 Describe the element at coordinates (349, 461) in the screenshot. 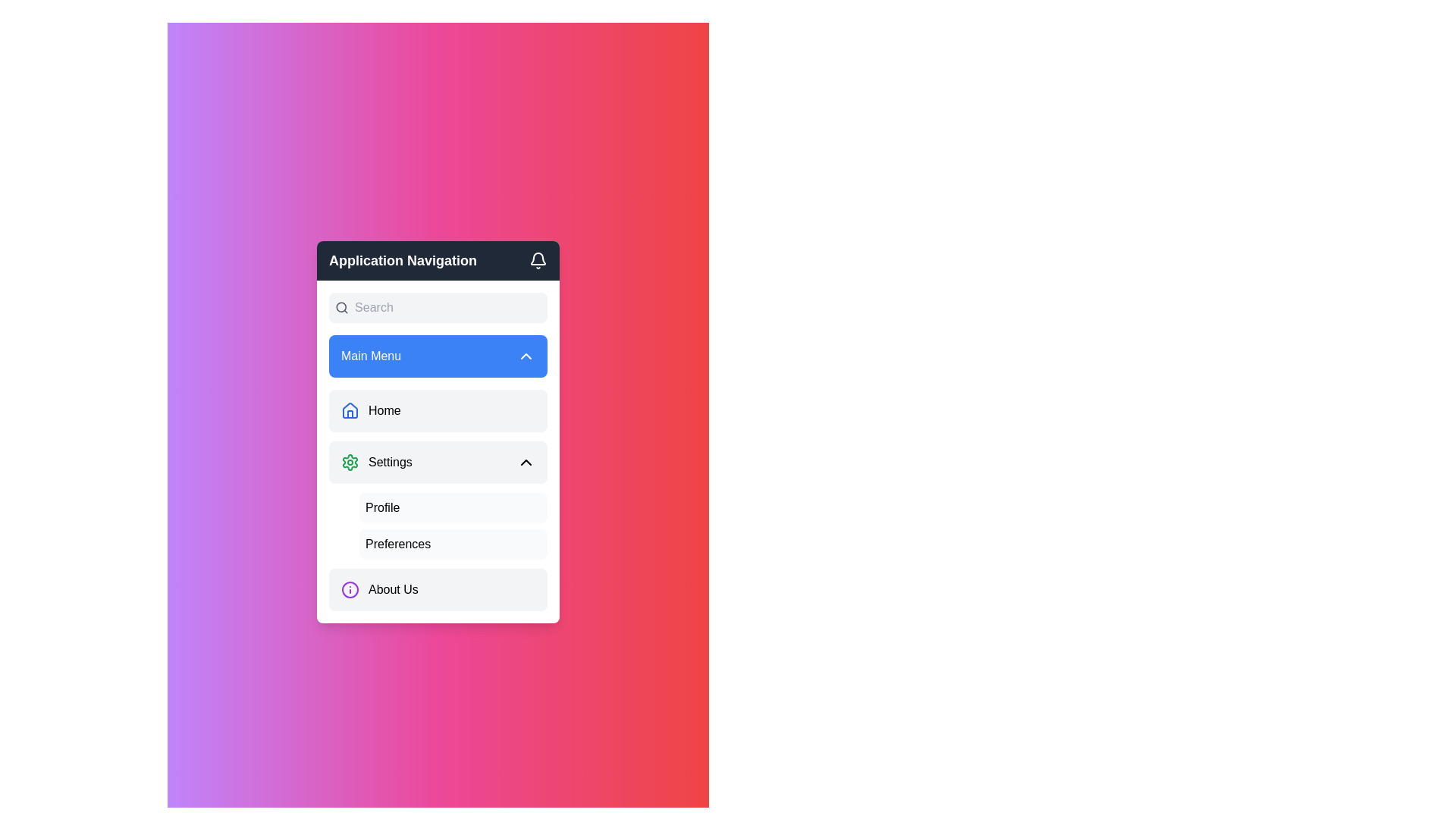

I see `the graphical icon representing the settings functionality within the SVG, located to the left of the 'Settings' text button in the menu list` at that location.